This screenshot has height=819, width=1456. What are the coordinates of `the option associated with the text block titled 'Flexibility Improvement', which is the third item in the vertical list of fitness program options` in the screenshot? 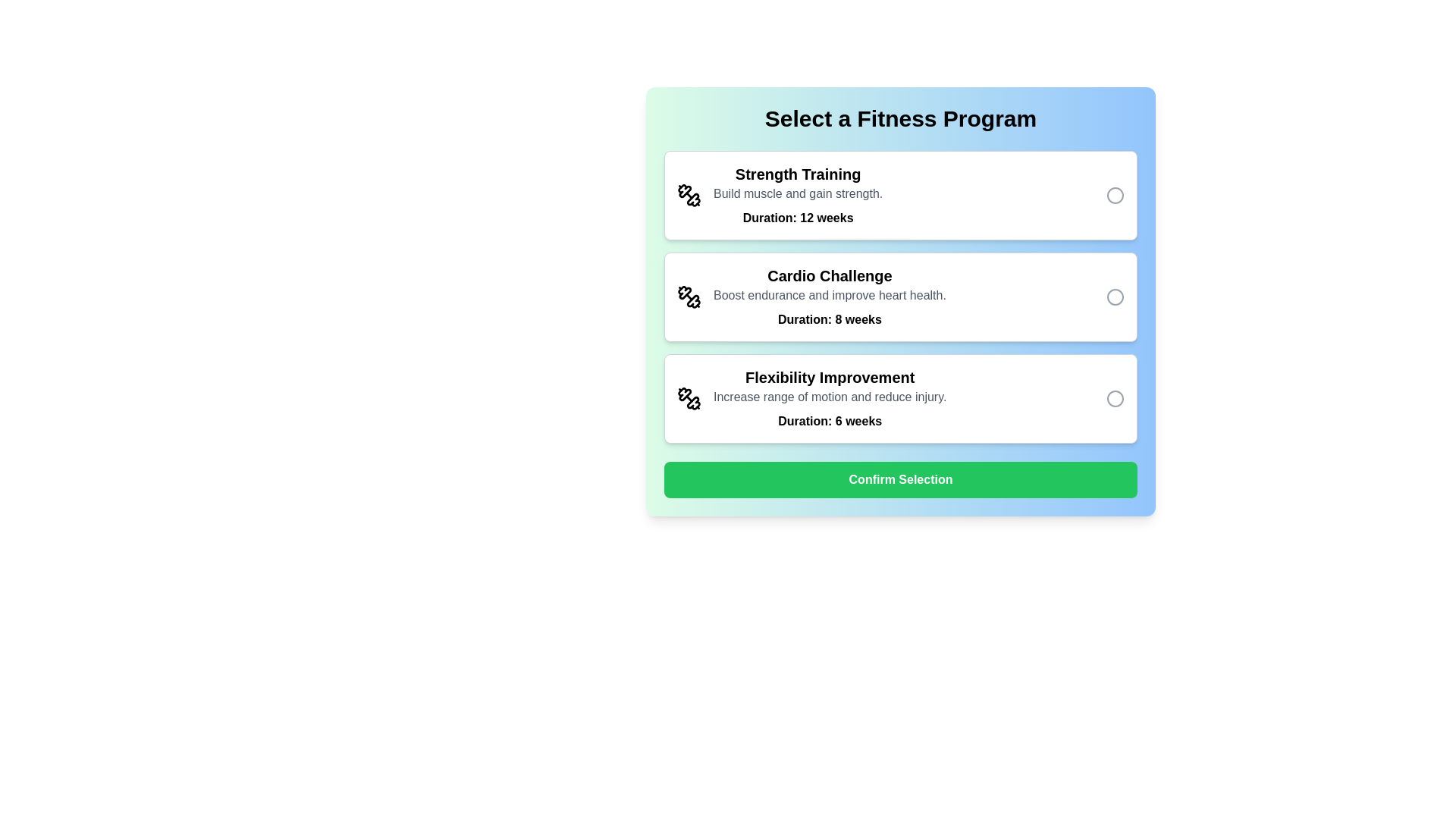 It's located at (829, 397).